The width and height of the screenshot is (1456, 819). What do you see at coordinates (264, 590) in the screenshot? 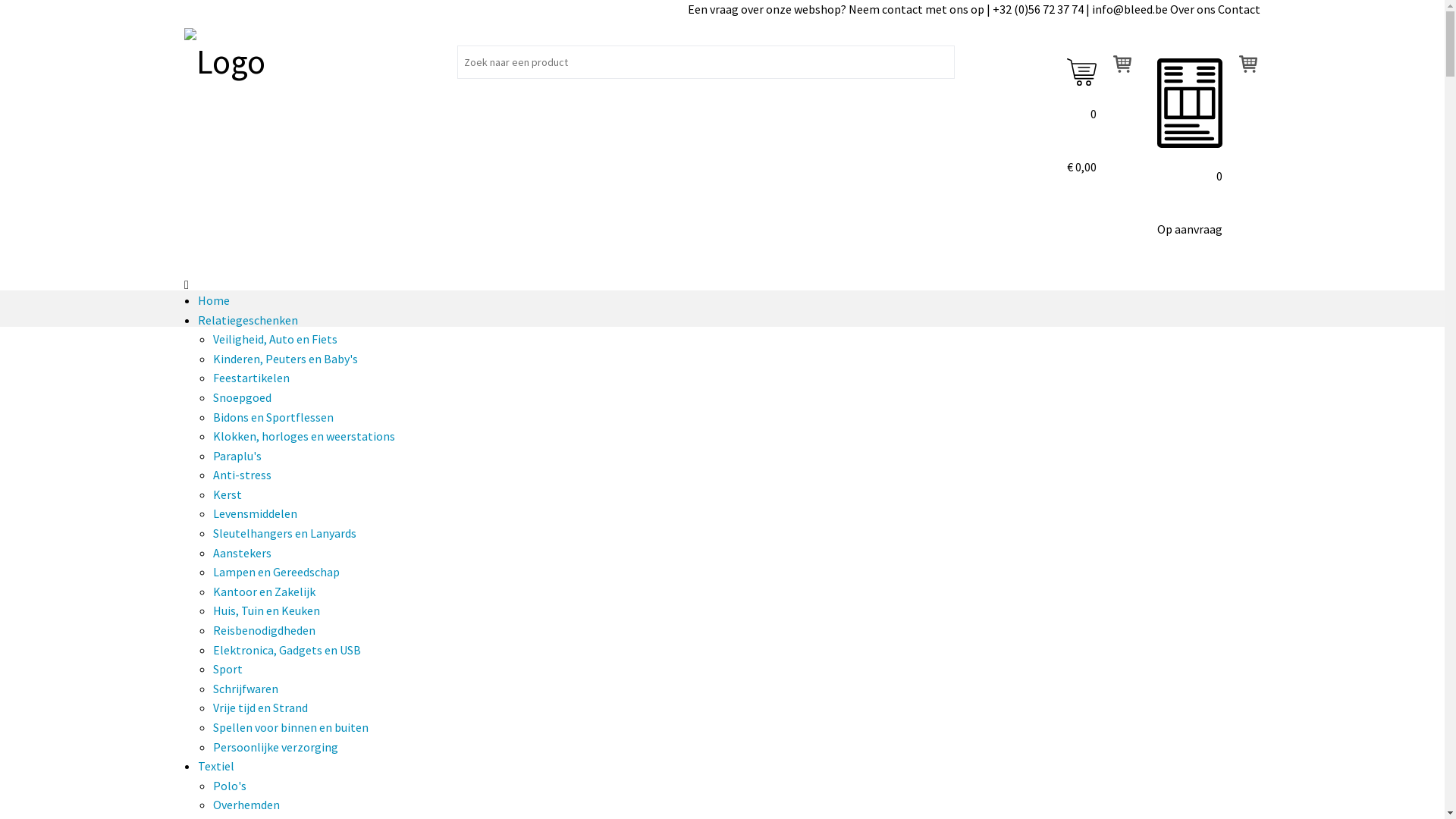
I see `'Kantoor en Zakelijk'` at bounding box center [264, 590].